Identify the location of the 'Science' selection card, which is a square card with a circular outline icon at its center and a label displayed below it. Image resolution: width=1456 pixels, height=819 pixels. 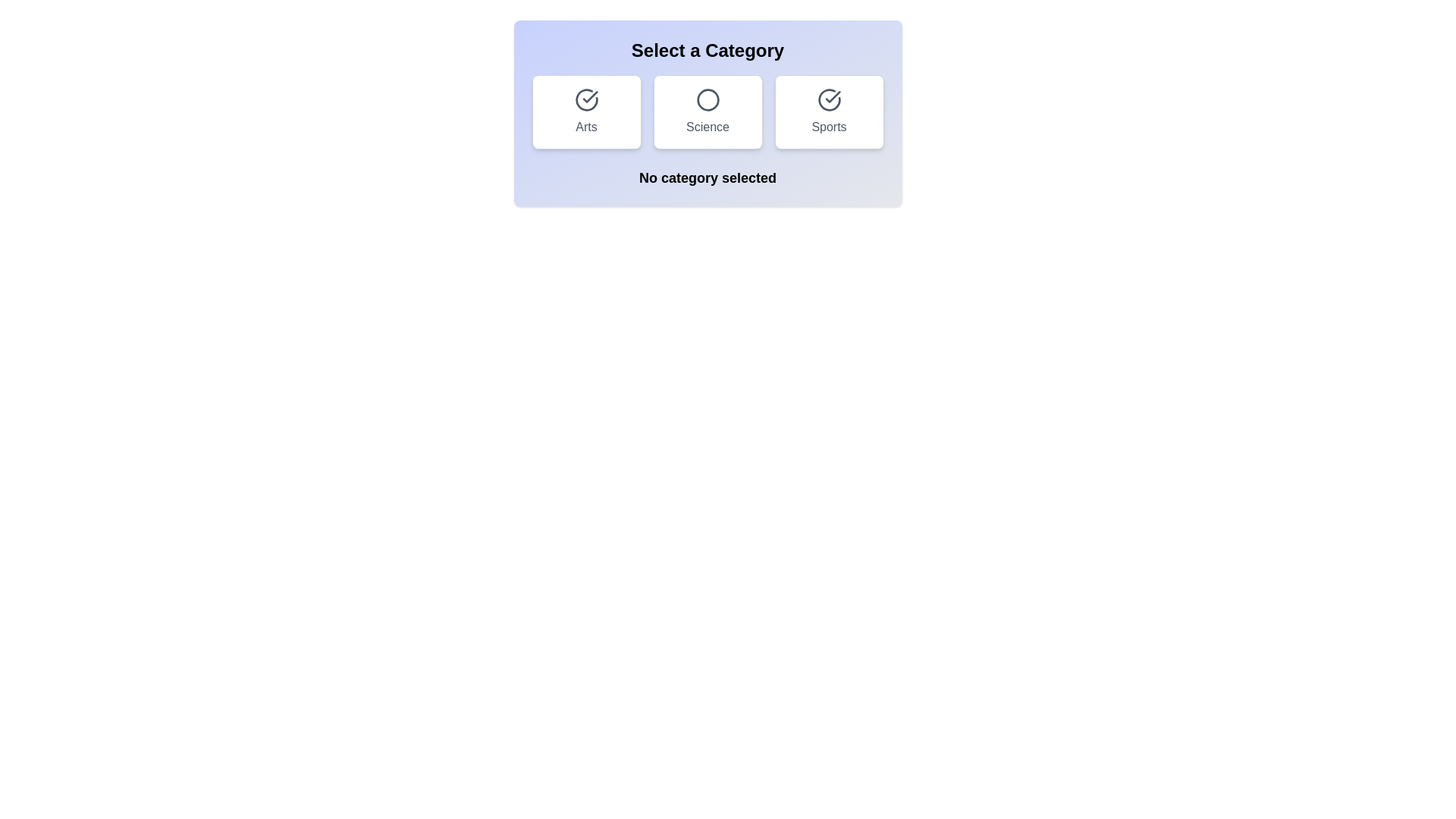
(707, 113).